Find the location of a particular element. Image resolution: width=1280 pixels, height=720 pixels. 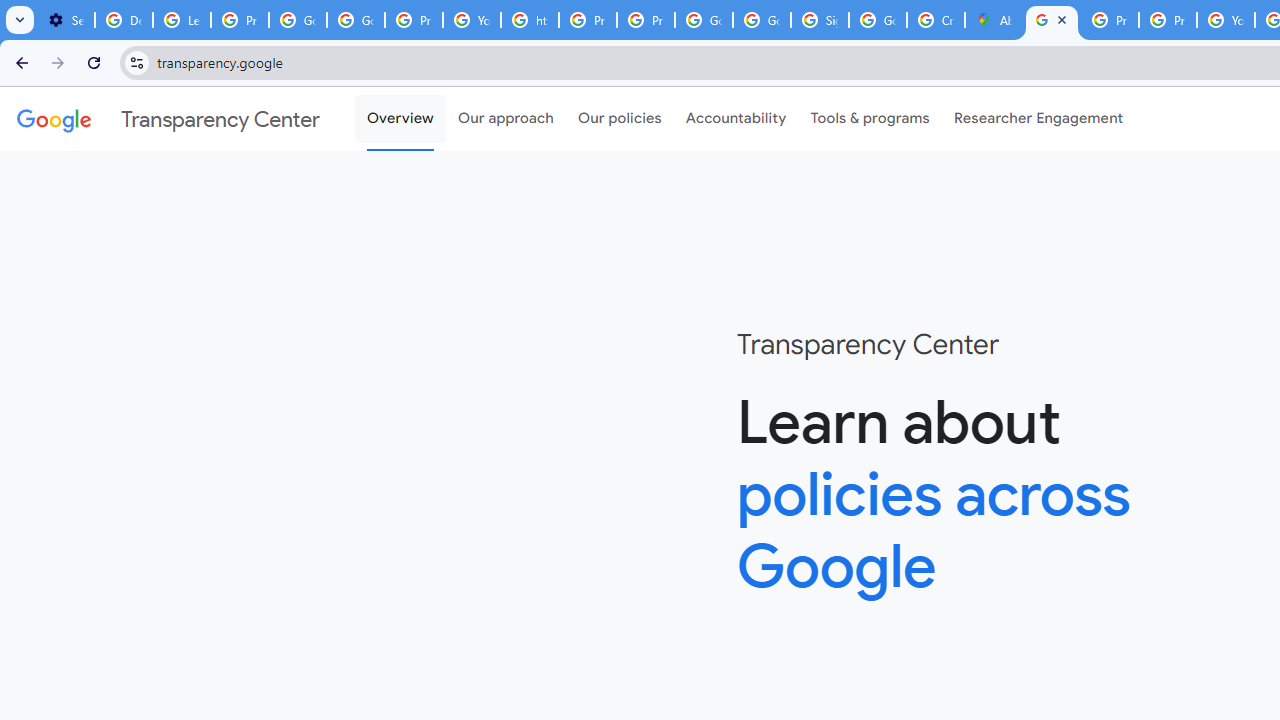

'Privacy Help Center - Policies Help' is located at coordinates (1109, 20).